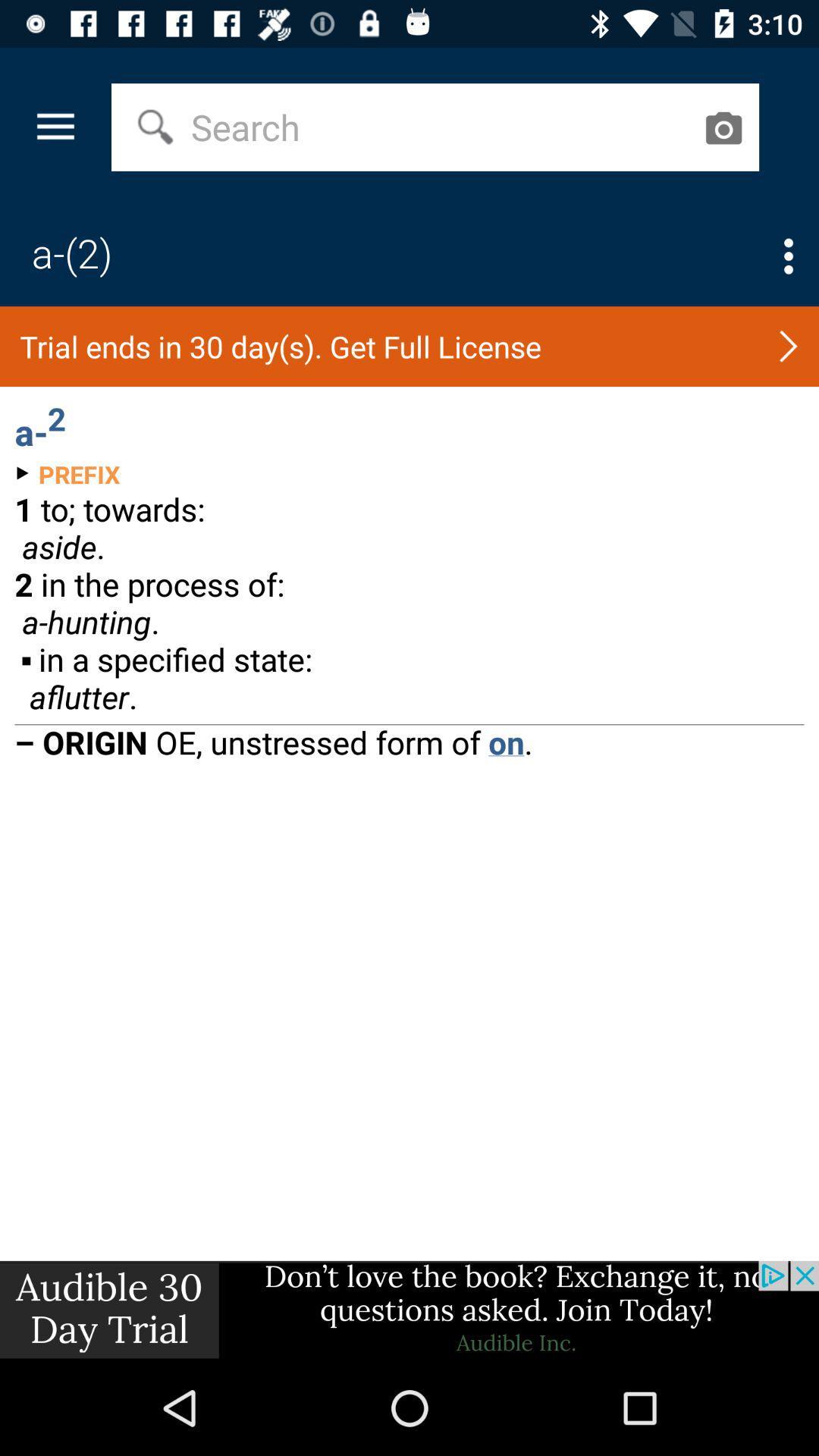 The height and width of the screenshot is (1456, 819). I want to click on apps, so click(788, 256).